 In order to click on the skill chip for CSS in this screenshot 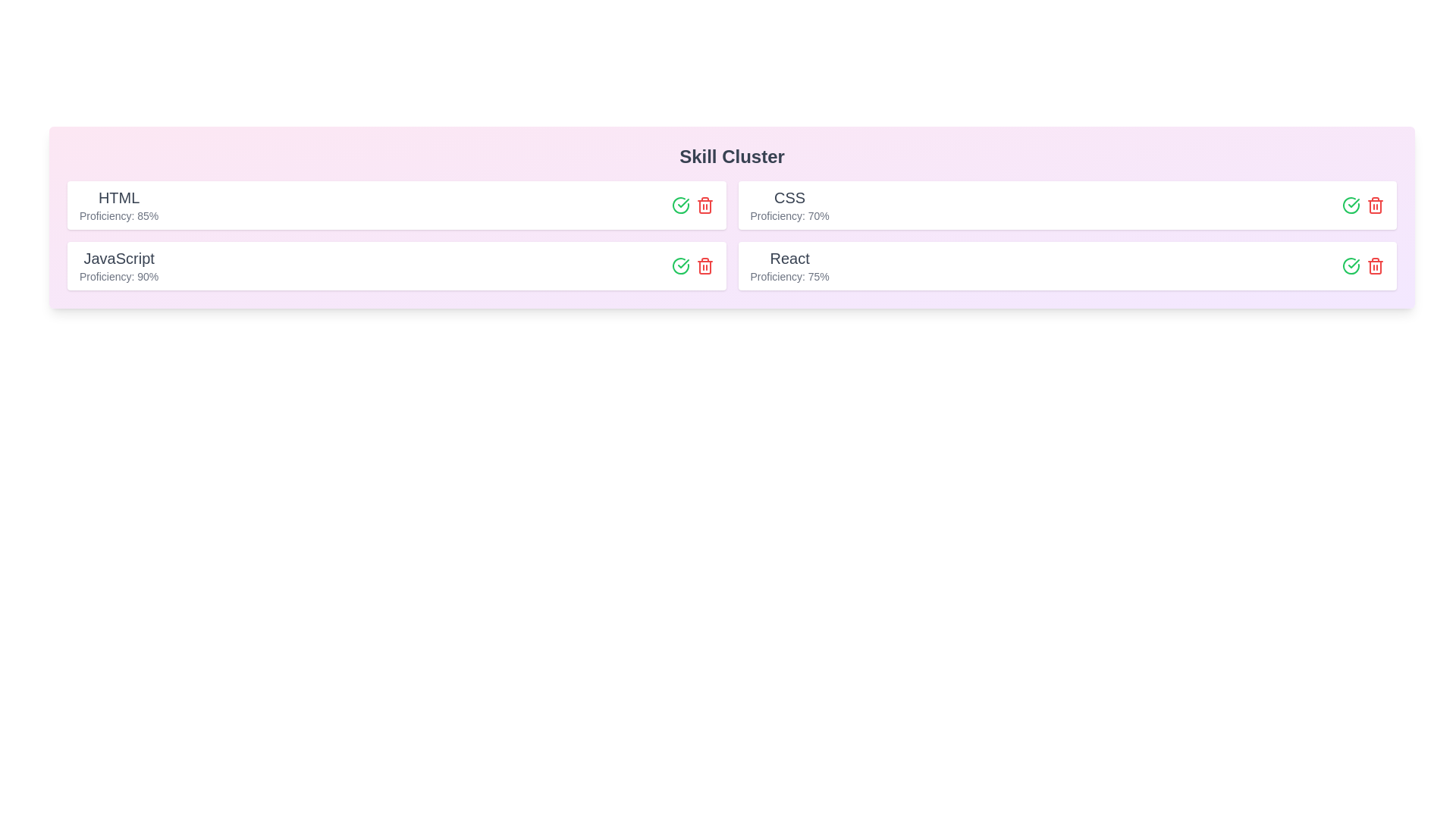, I will do `click(1066, 205)`.